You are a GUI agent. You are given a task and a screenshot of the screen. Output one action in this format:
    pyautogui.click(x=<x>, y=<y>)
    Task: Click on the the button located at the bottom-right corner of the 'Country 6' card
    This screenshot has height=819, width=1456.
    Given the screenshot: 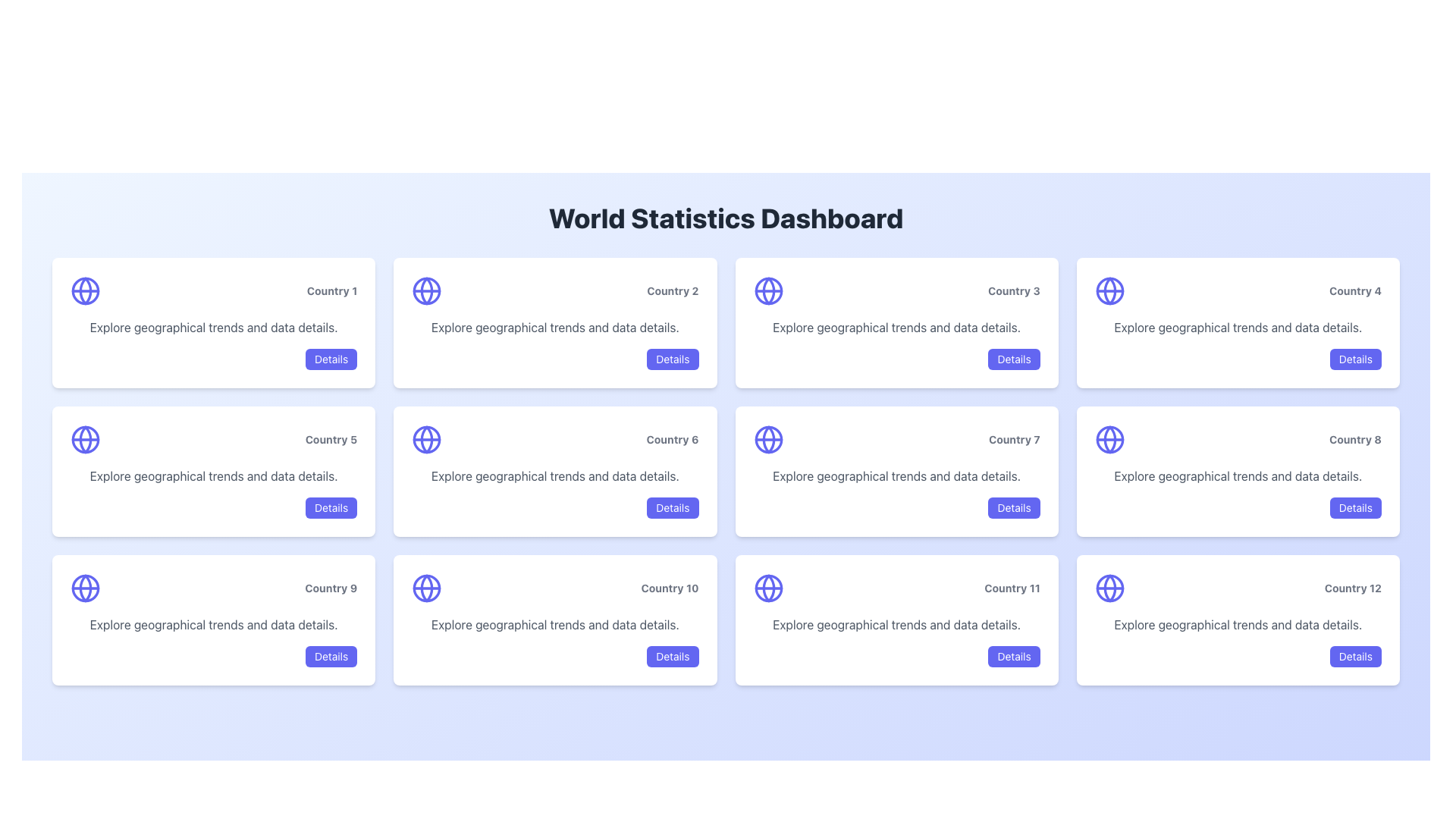 What is the action you would take?
    pyautogui.click(x=672, y=508)
    